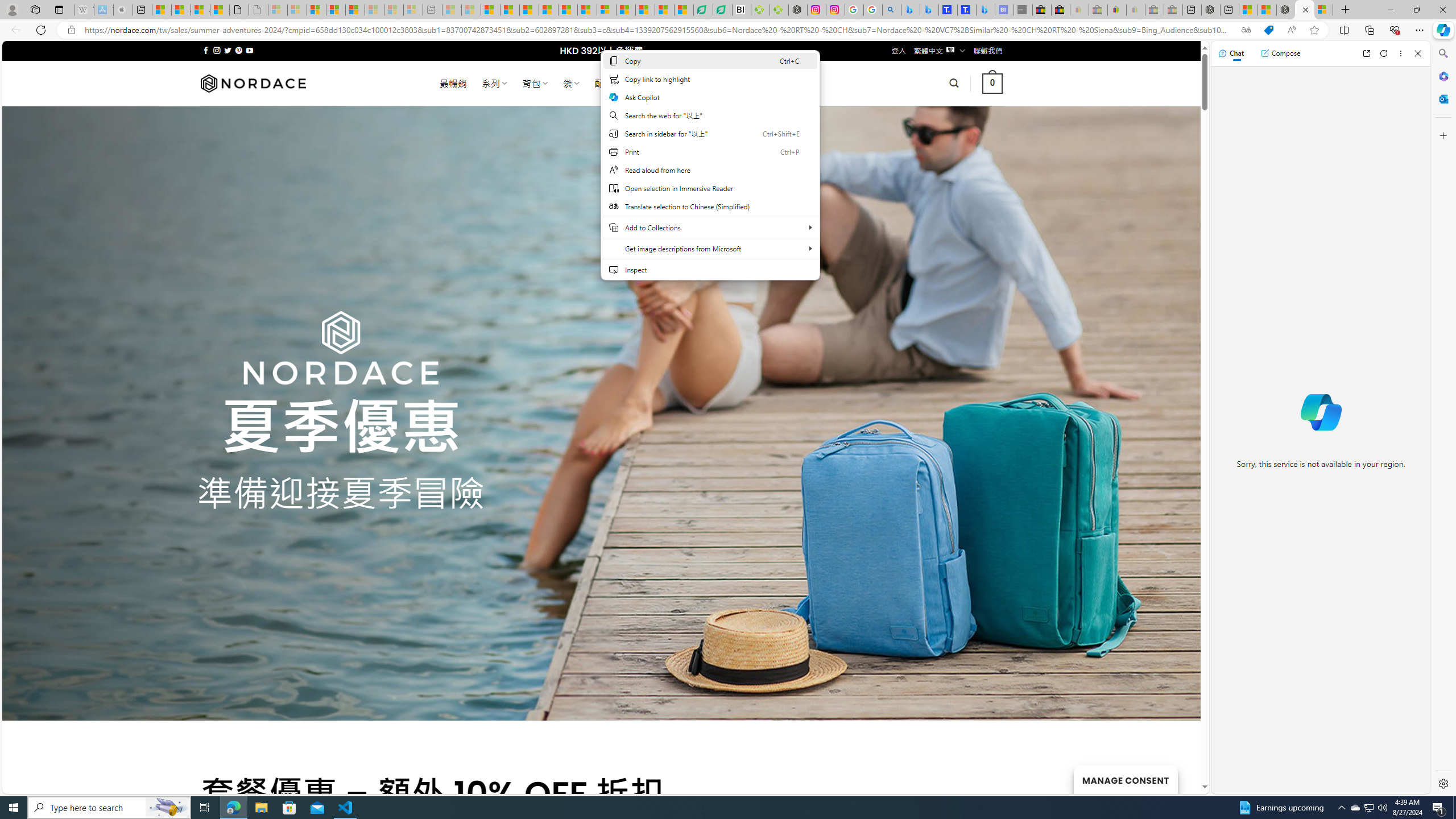  What do you see at coordinates (586, 9) in the screenshot?
I see `'Foo BAR | Trusted Community Engagement and Contributions'` at bounding box center [586, 9].